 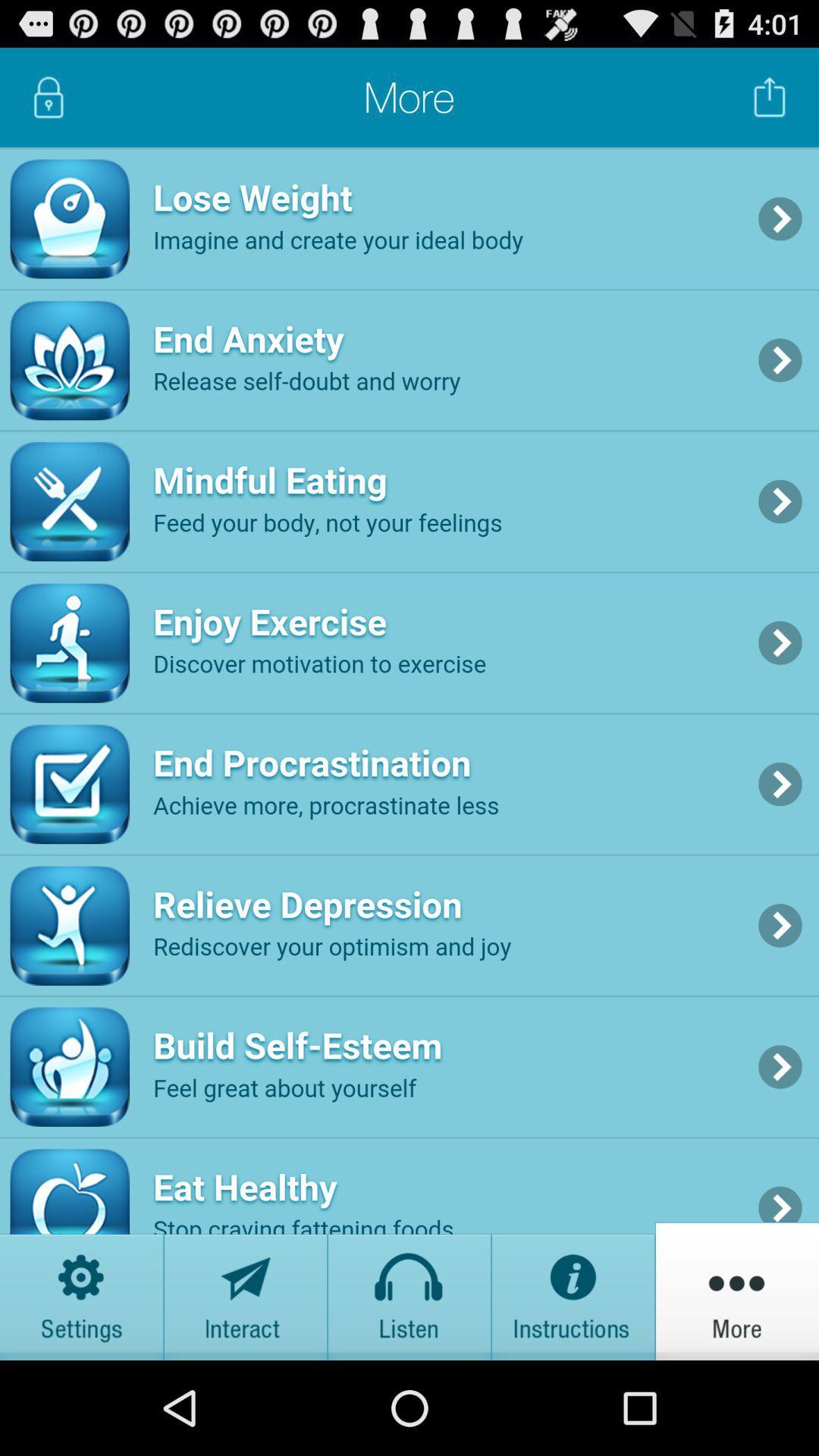 I want to click on open settings, so click(x=82, y=1290).